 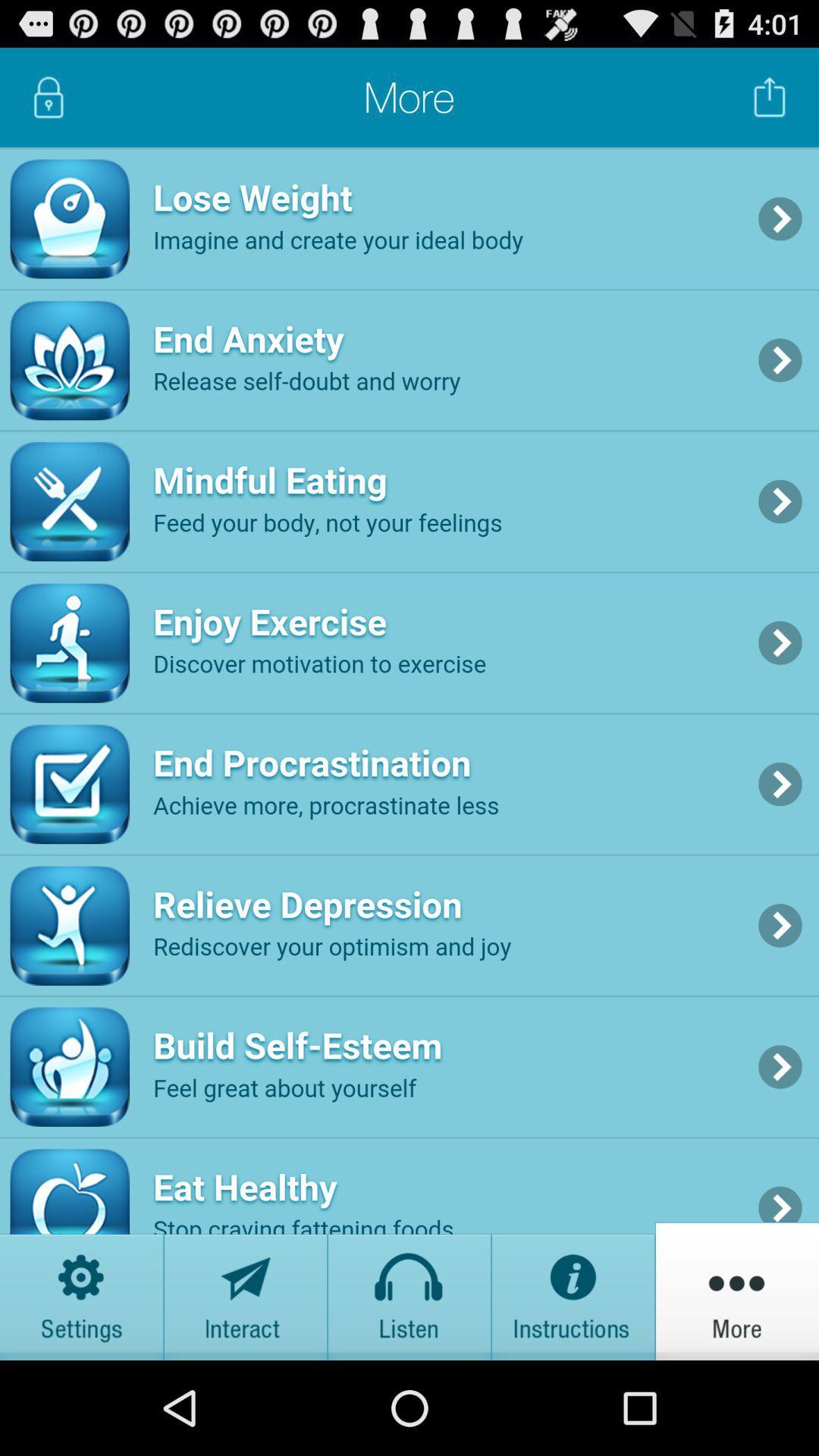 I want to click on open settings, so click(x=82, y=1290).